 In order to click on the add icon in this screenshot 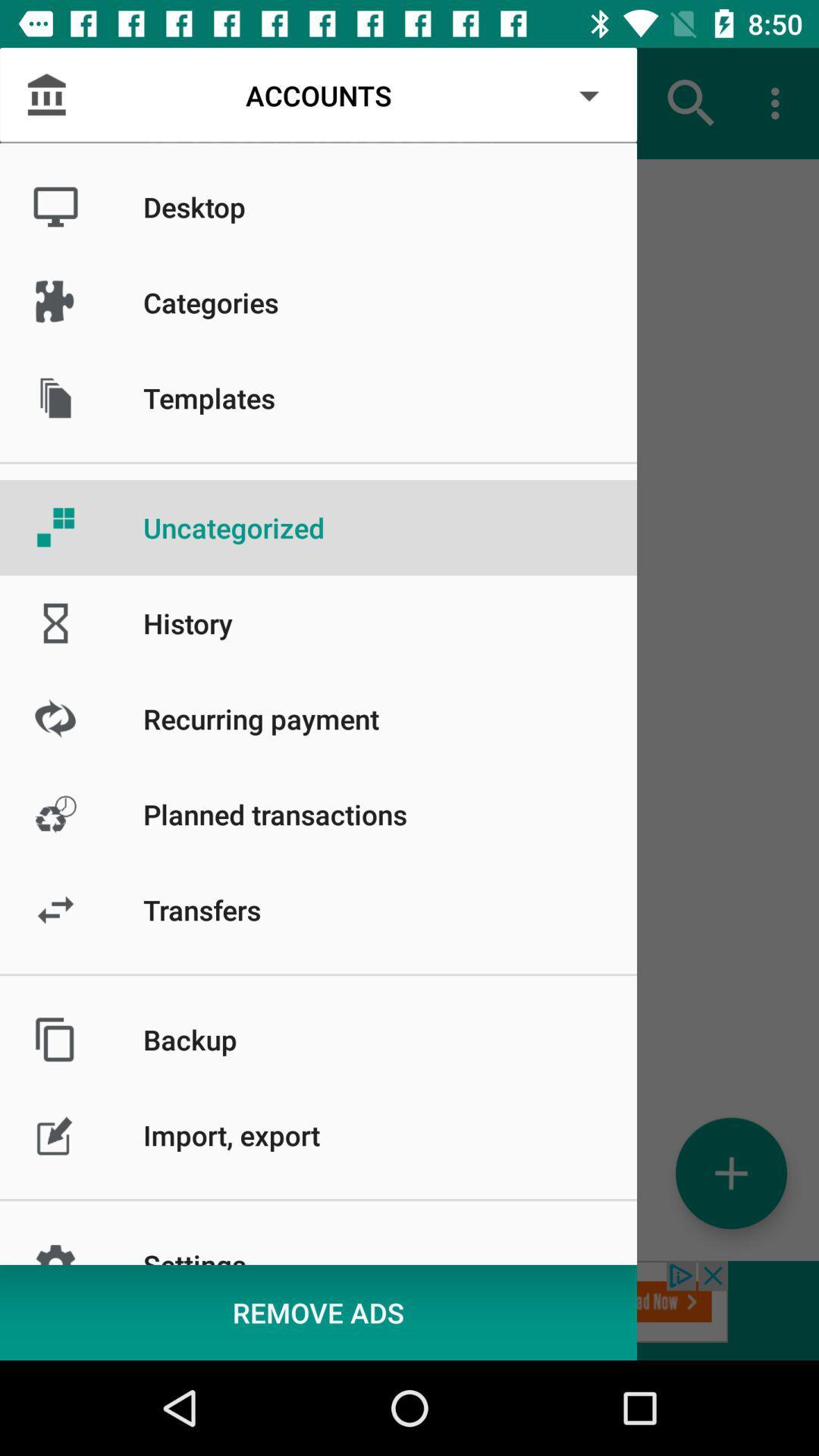, I will do `click(730, 1172)`.